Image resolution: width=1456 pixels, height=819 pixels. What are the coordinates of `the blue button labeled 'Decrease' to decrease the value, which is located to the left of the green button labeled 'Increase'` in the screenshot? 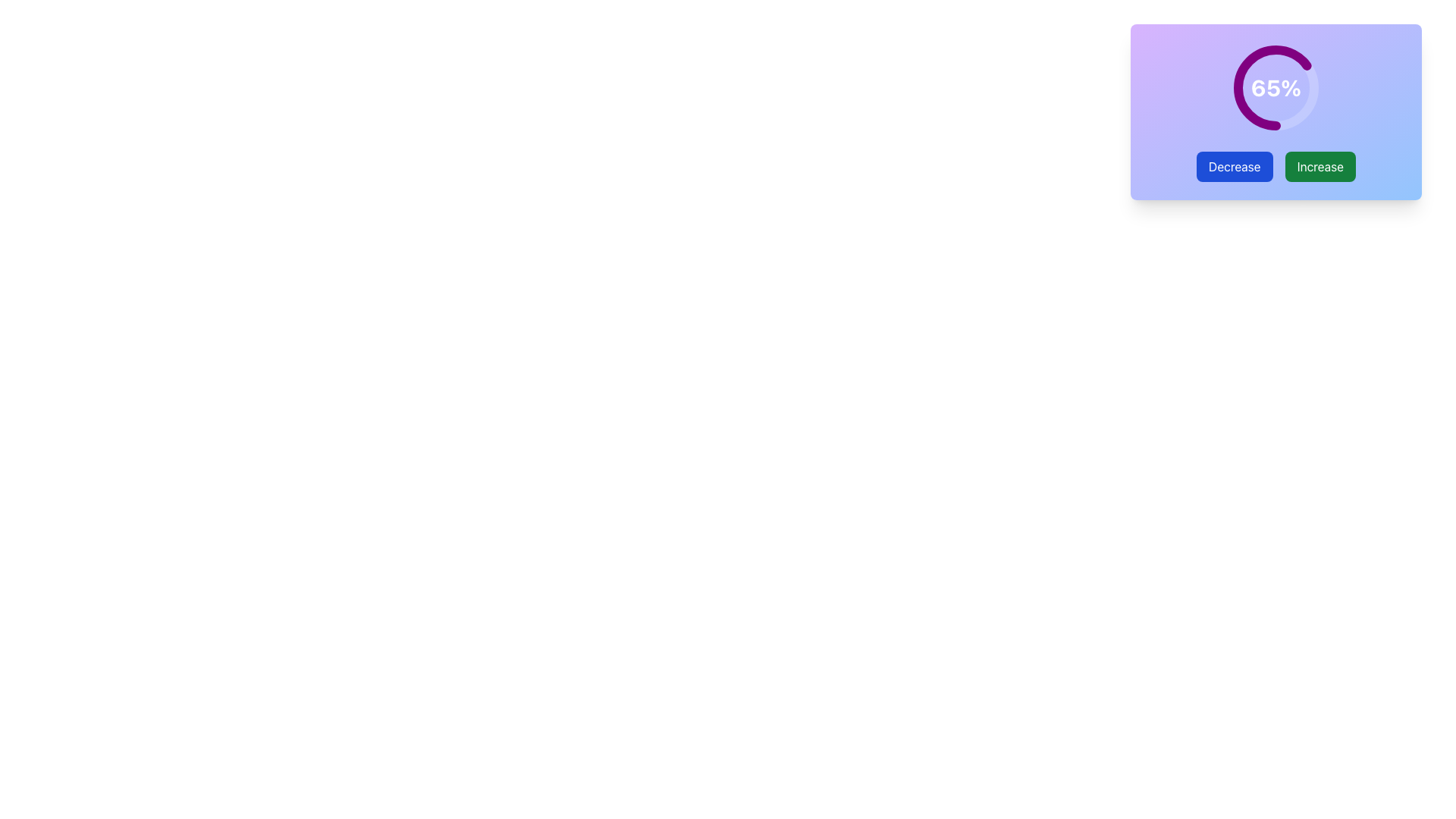 It's located at (1235, 166).